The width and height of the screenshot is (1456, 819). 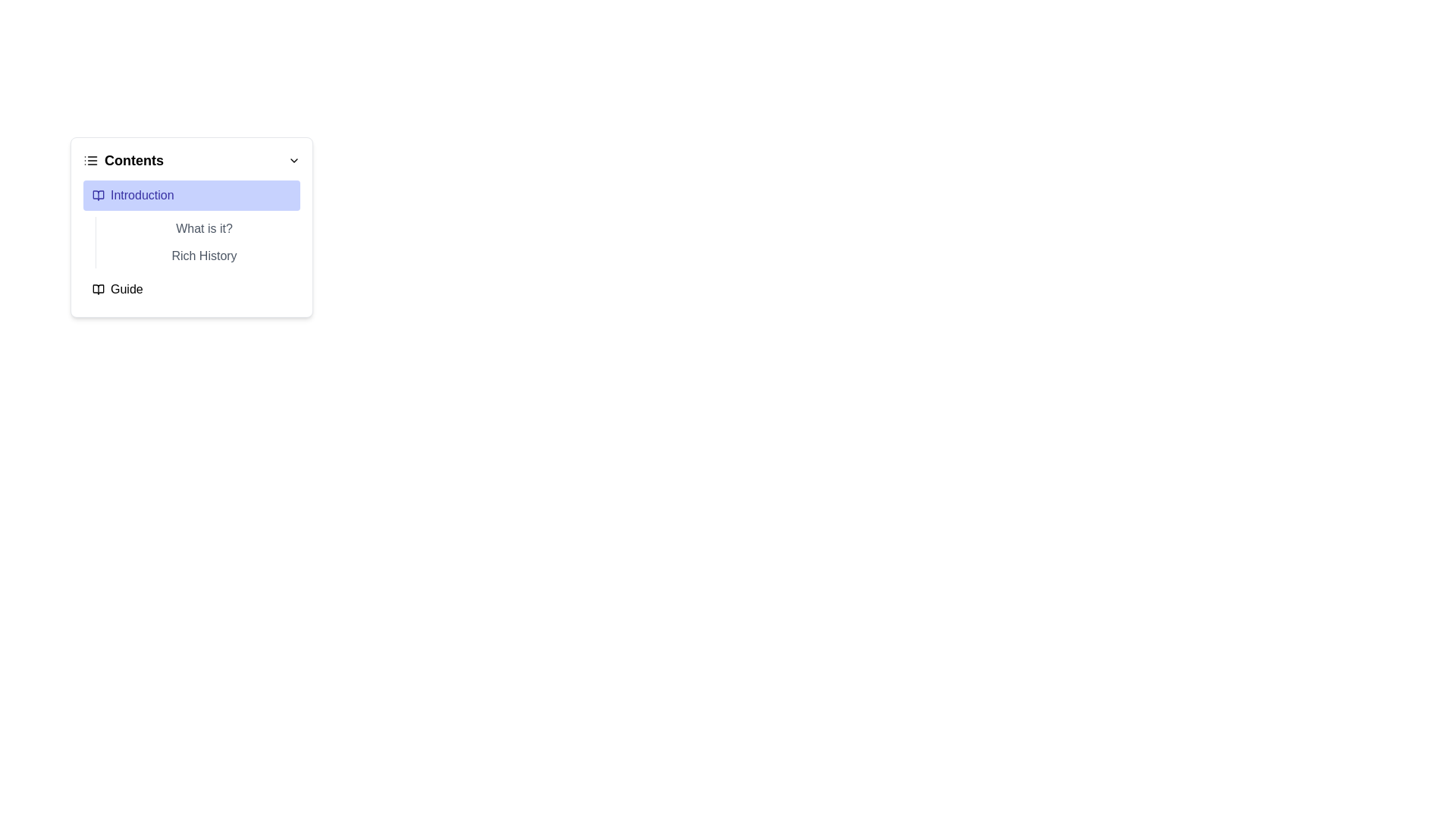 What do you see at coordinates (191, 242) in the screenshot?
I see `the interactive text element containing 'What is it?' and 'Rich History?' located under the 'Introduction' heading in the 'Contents' section` at bounding box center [191, 242].